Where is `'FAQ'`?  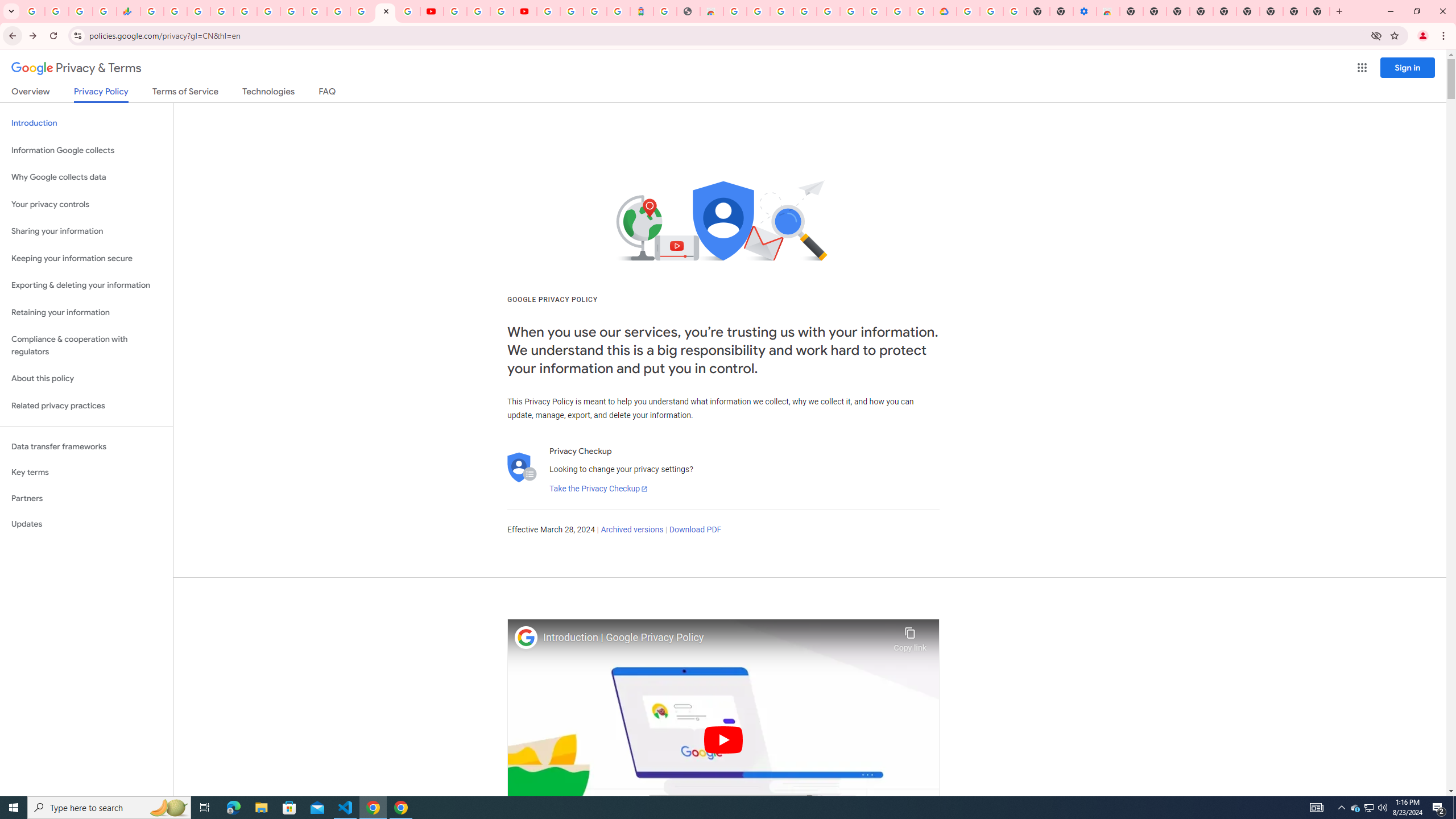 'FAQ' is located at coordinates (327, 93).